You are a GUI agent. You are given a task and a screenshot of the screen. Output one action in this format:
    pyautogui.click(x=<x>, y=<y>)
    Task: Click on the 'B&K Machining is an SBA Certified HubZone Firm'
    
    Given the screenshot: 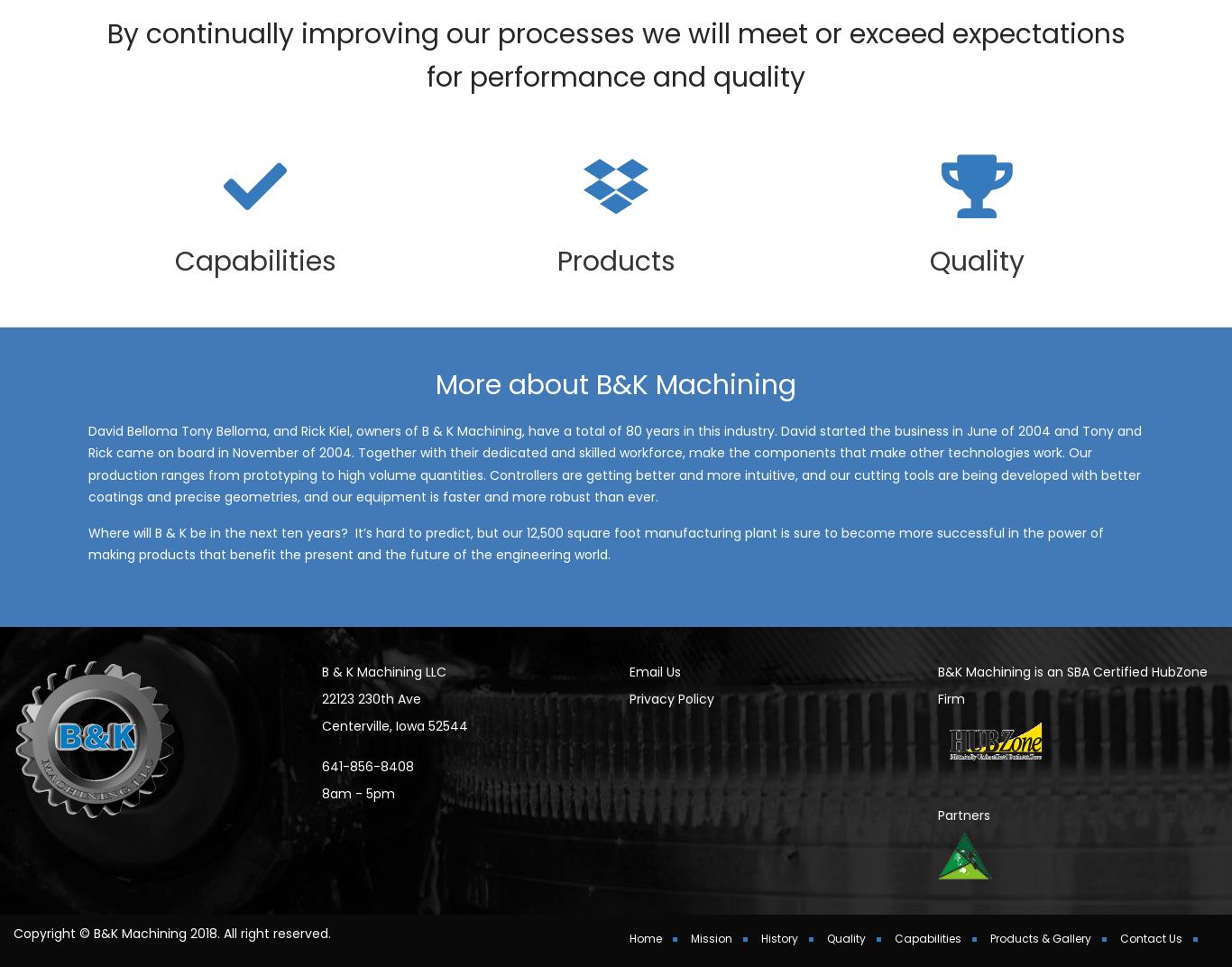 What is the action you would take?
    pyautogui.click(x=935, y=709)
    